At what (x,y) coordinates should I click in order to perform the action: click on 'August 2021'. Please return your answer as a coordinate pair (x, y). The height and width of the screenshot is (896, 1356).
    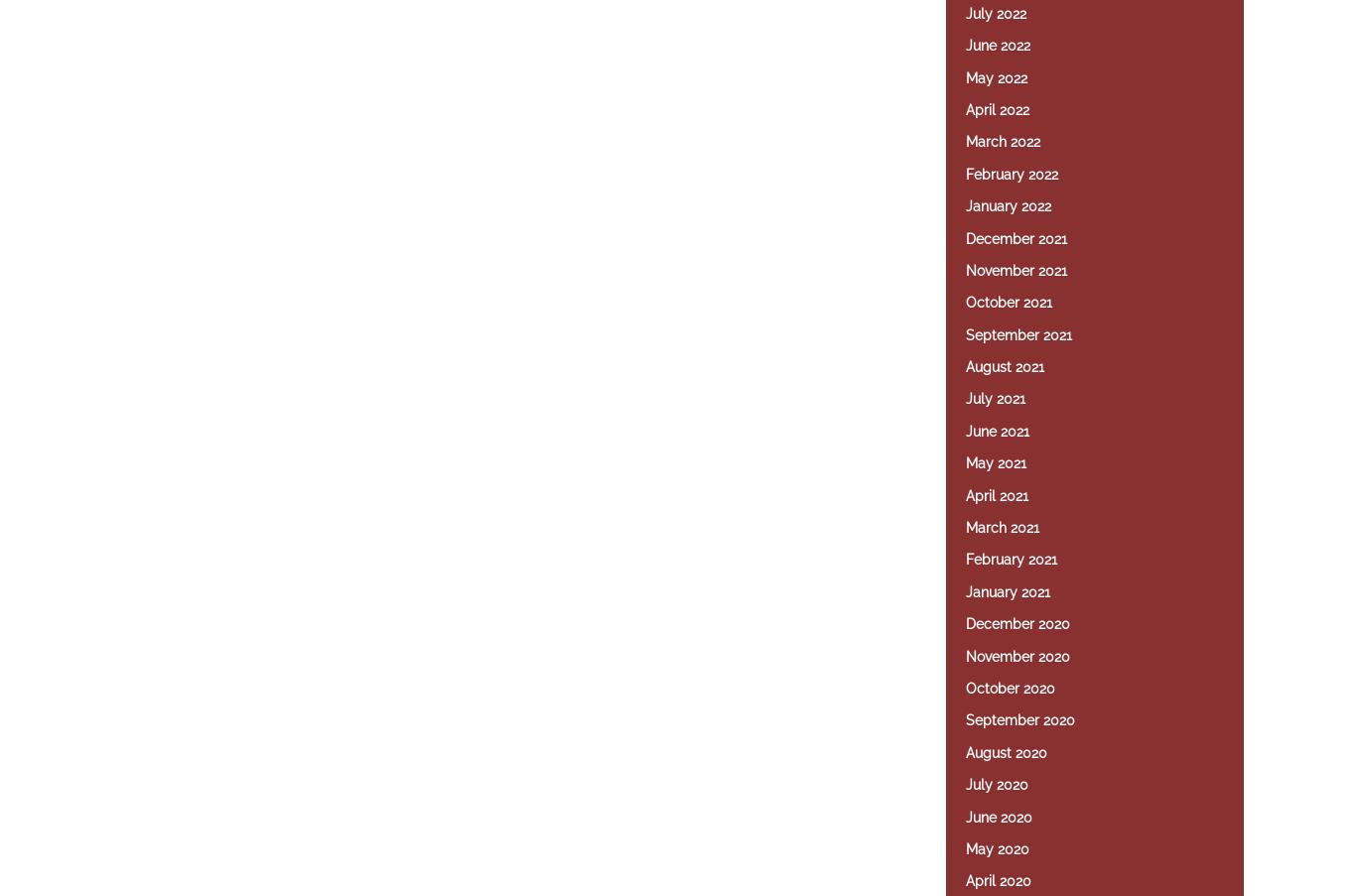
    Looking at the image, I should click on (1005, 366).